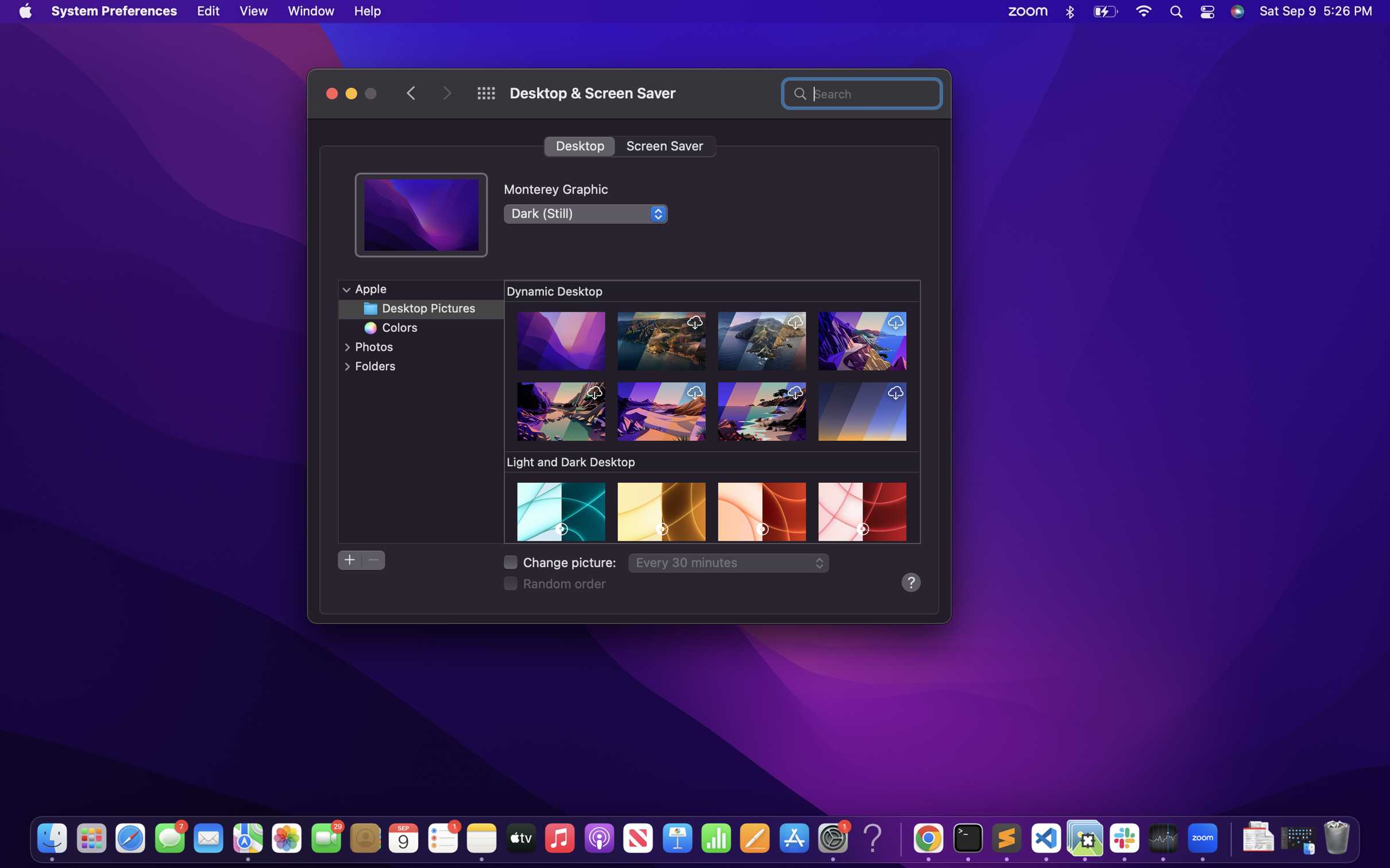  Describe the element at coordinates (352, 559) in the screenshot. I see `Add a new folder` at that location.